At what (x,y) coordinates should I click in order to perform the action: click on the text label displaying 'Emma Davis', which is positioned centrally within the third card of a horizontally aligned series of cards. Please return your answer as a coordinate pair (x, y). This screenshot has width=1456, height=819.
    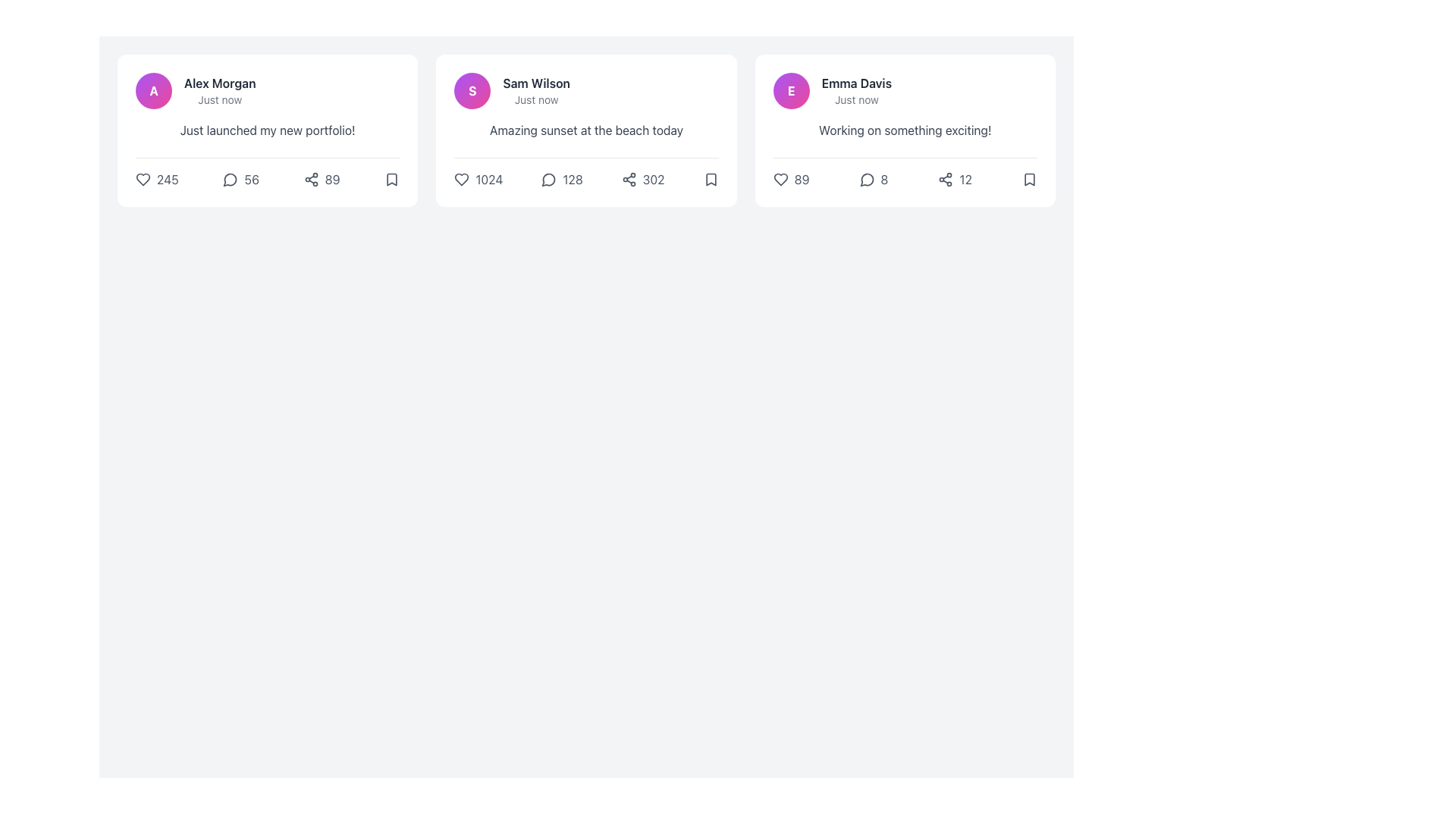
    Looking at the image, I should click on (856, 83).